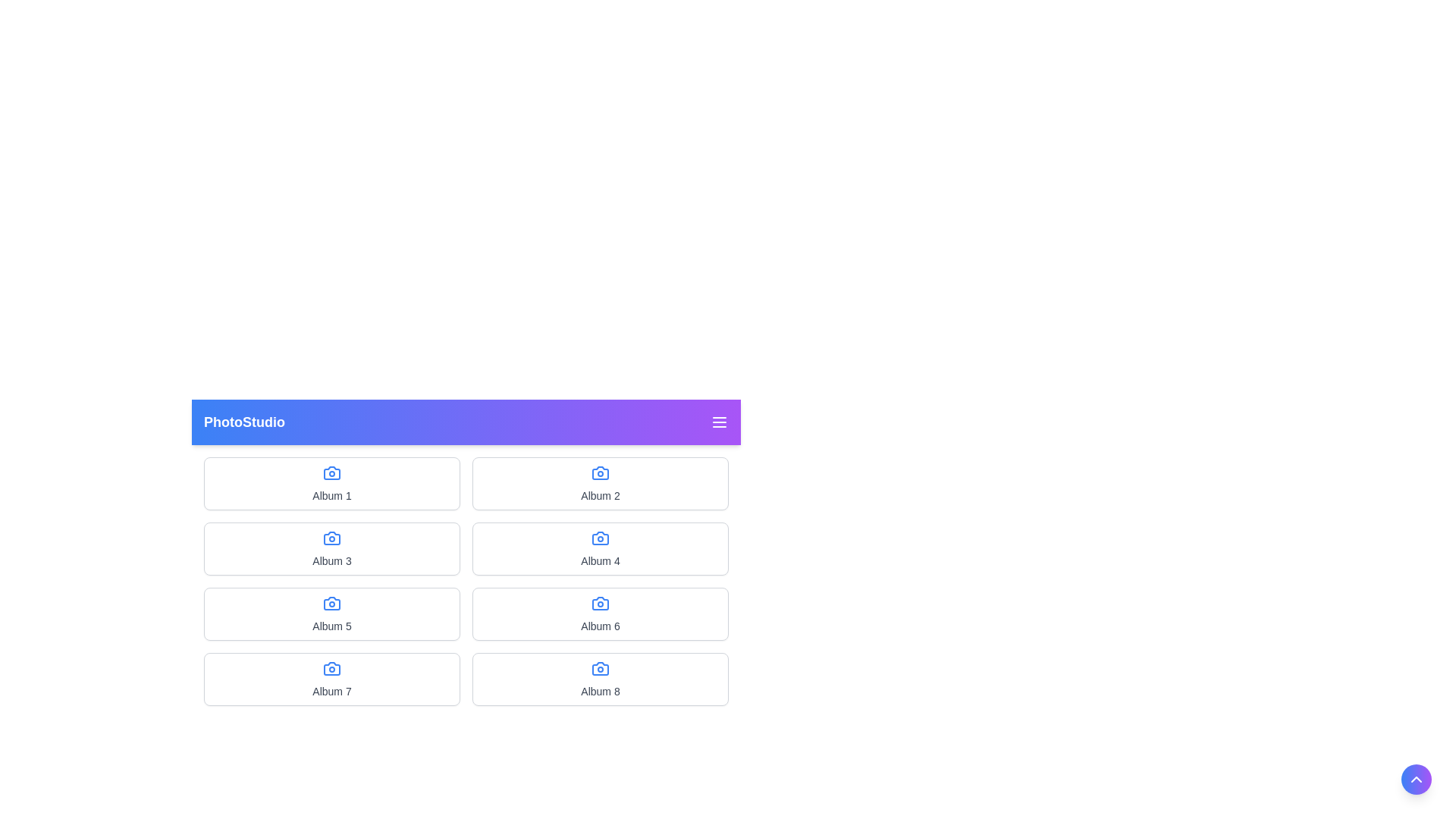  What do you see at coordinates (600, 626) in the screenshot?
I see `text label that identifies the album in the card located in the second row and second column of the grid layout` at bounding box center [600, 626].